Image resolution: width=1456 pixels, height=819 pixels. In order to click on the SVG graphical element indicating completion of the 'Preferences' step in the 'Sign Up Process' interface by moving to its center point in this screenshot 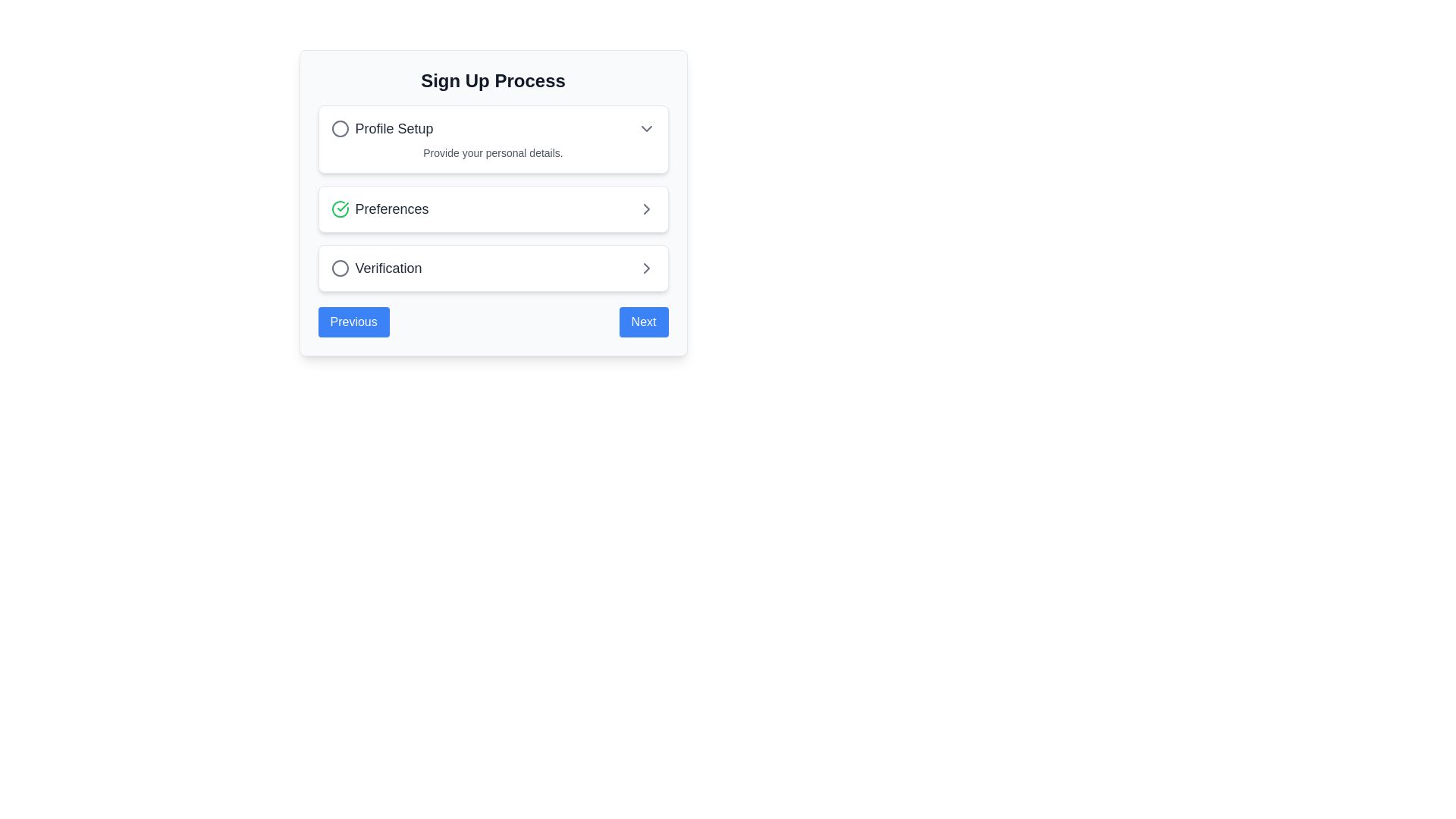, I will do `click(341, 207)`.